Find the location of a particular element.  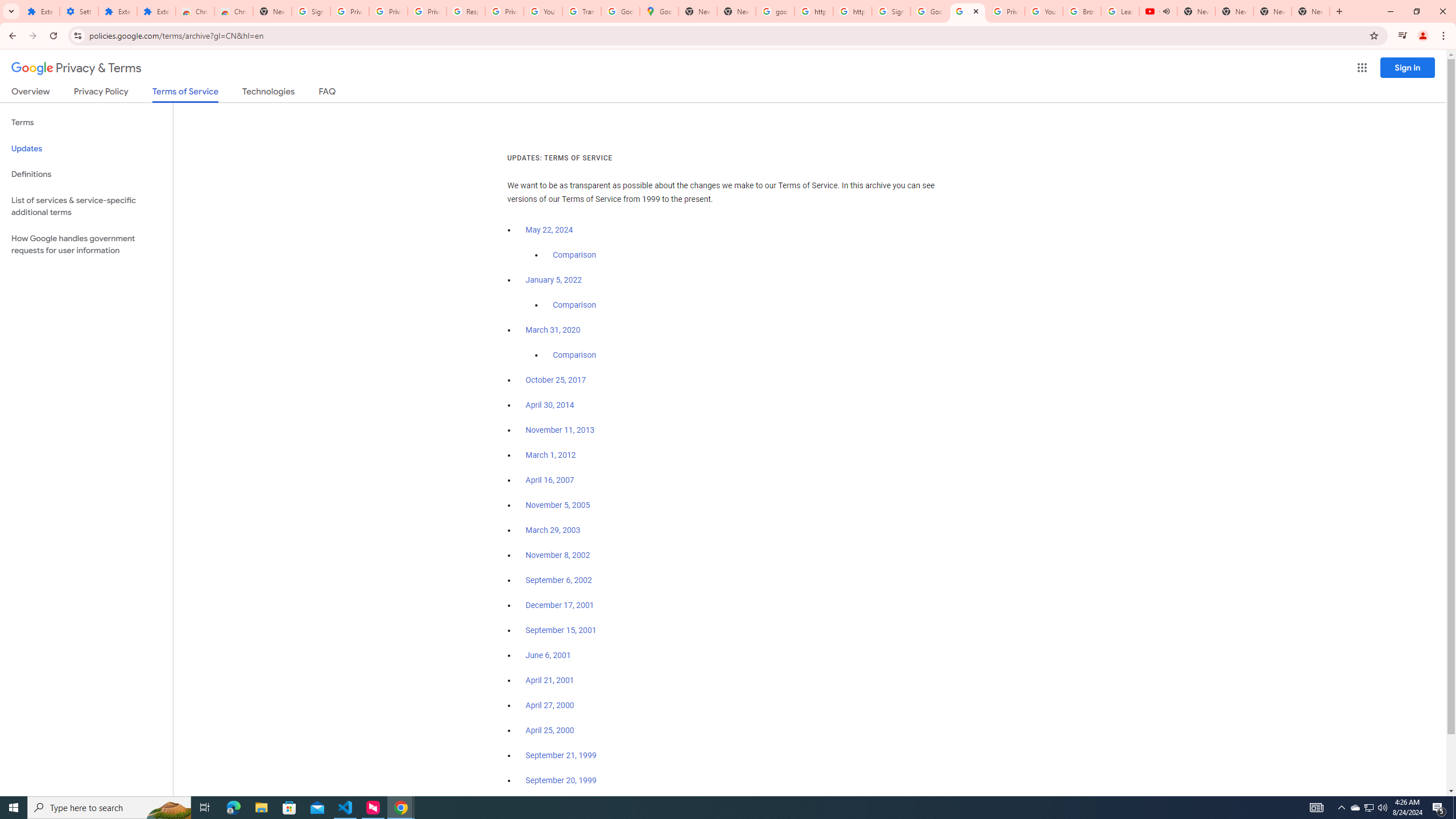

'Bookmark this tab' is located at coordinates (1373, 35).